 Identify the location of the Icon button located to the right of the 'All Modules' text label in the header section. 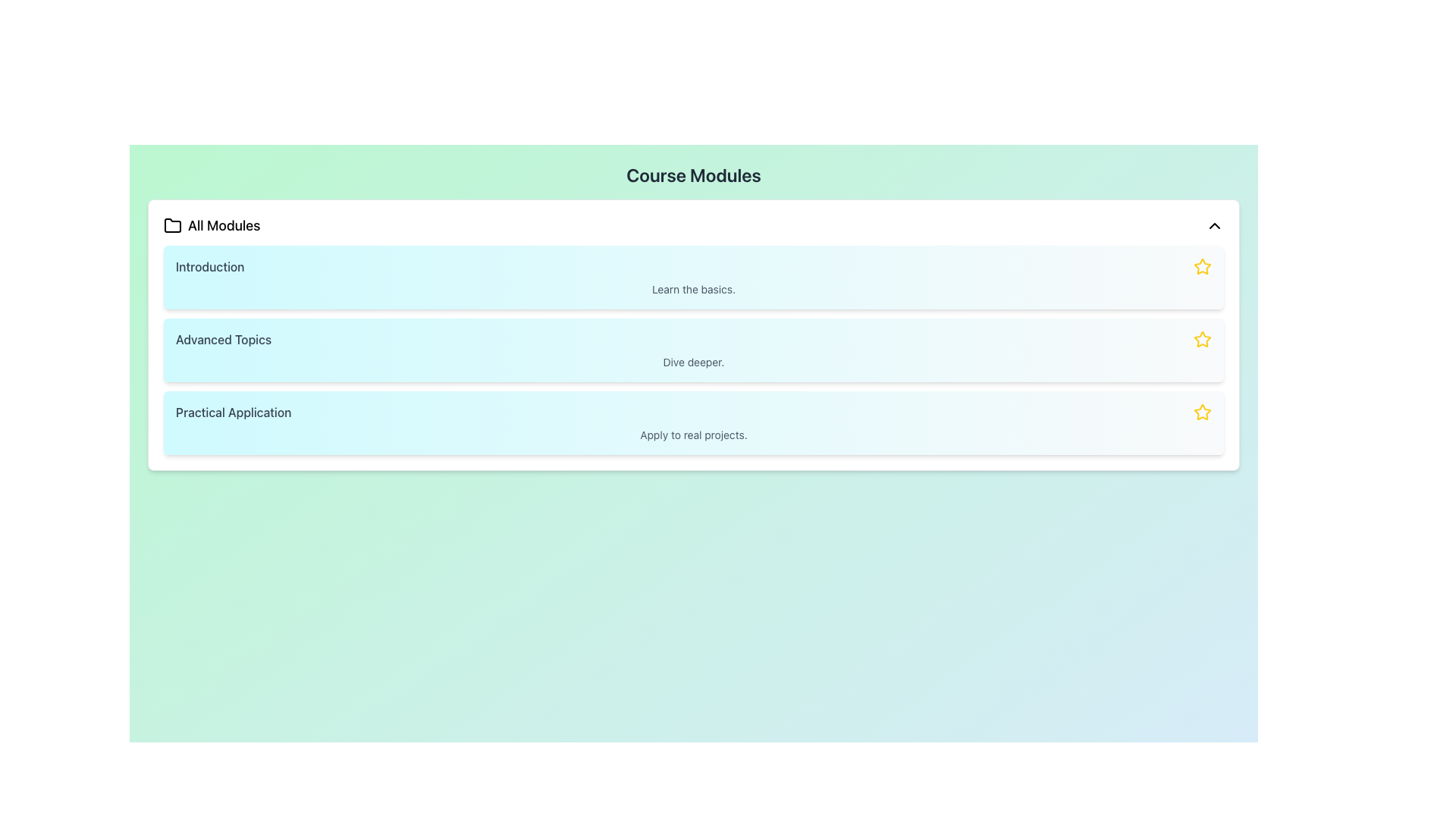
(1215, 225).